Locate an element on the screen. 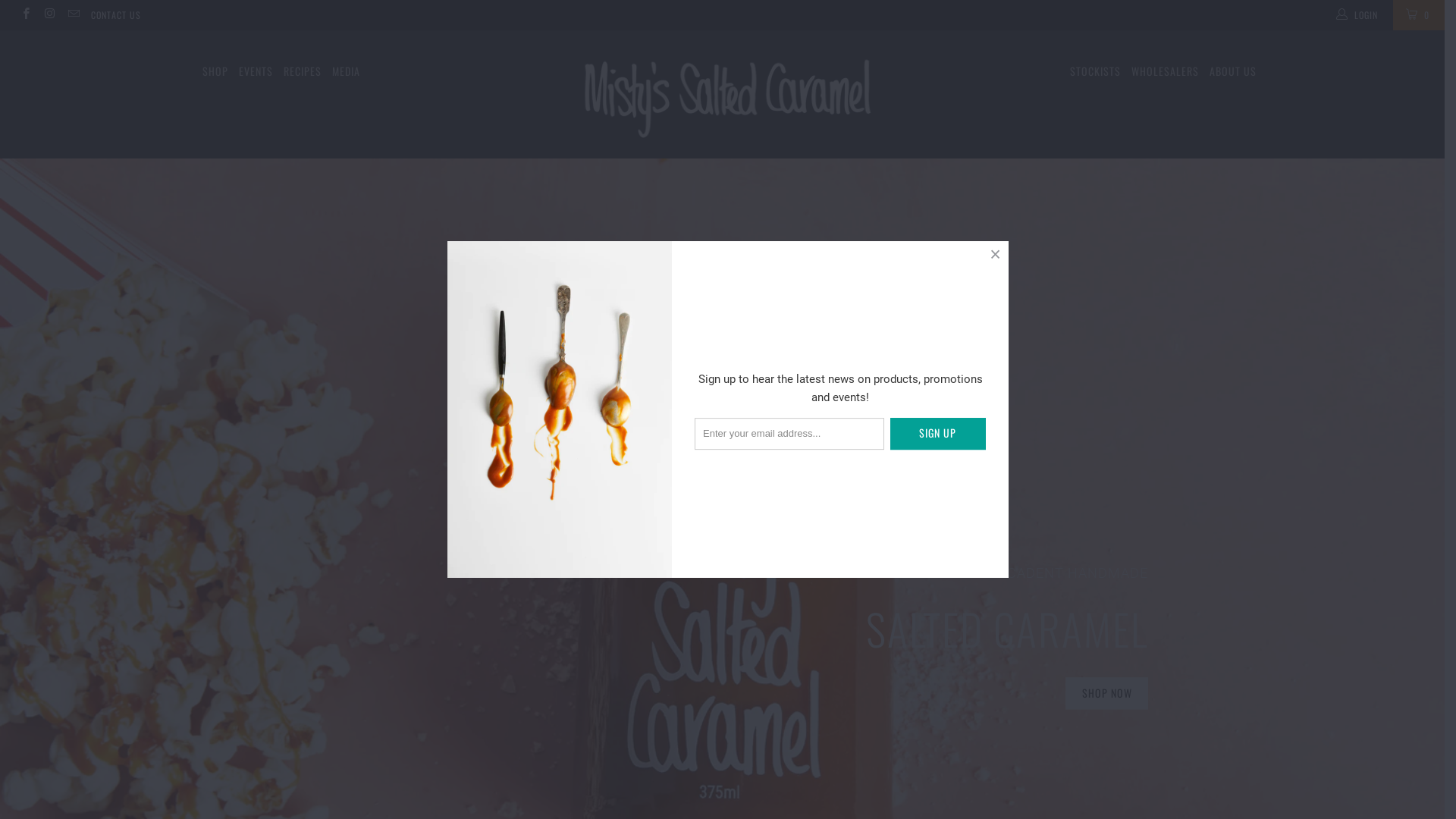 This screenshot has height=819, width=1456. 'STOCKISTS' is located at coordinates (1068, 71).